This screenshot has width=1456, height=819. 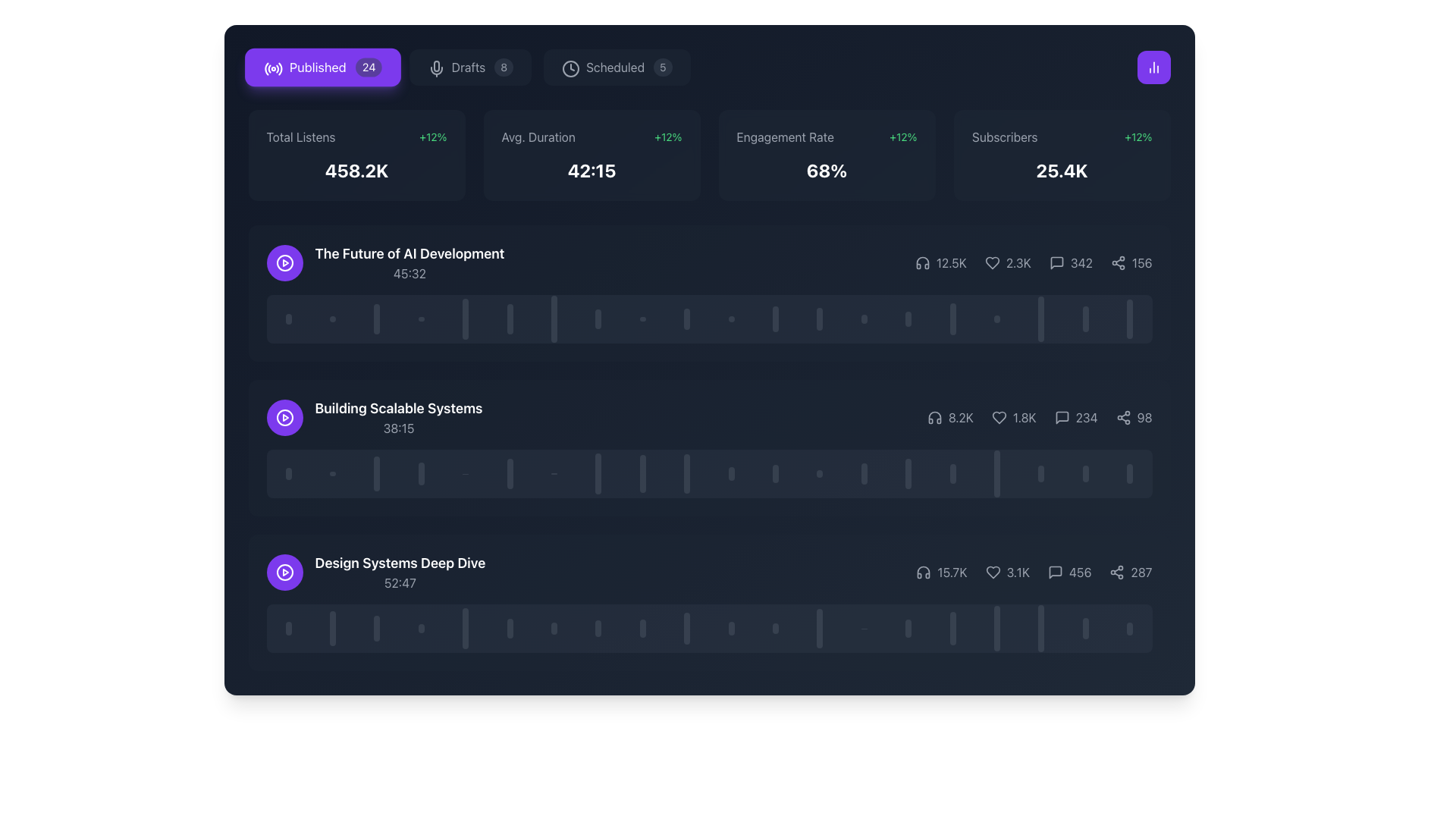 I want to click on the 15th progress indicator in a series of vertically elongated rectangular shapes with rounded ends, styled in gray with partial transparency, within a dark-themed interface, so click(x=908, y=472).